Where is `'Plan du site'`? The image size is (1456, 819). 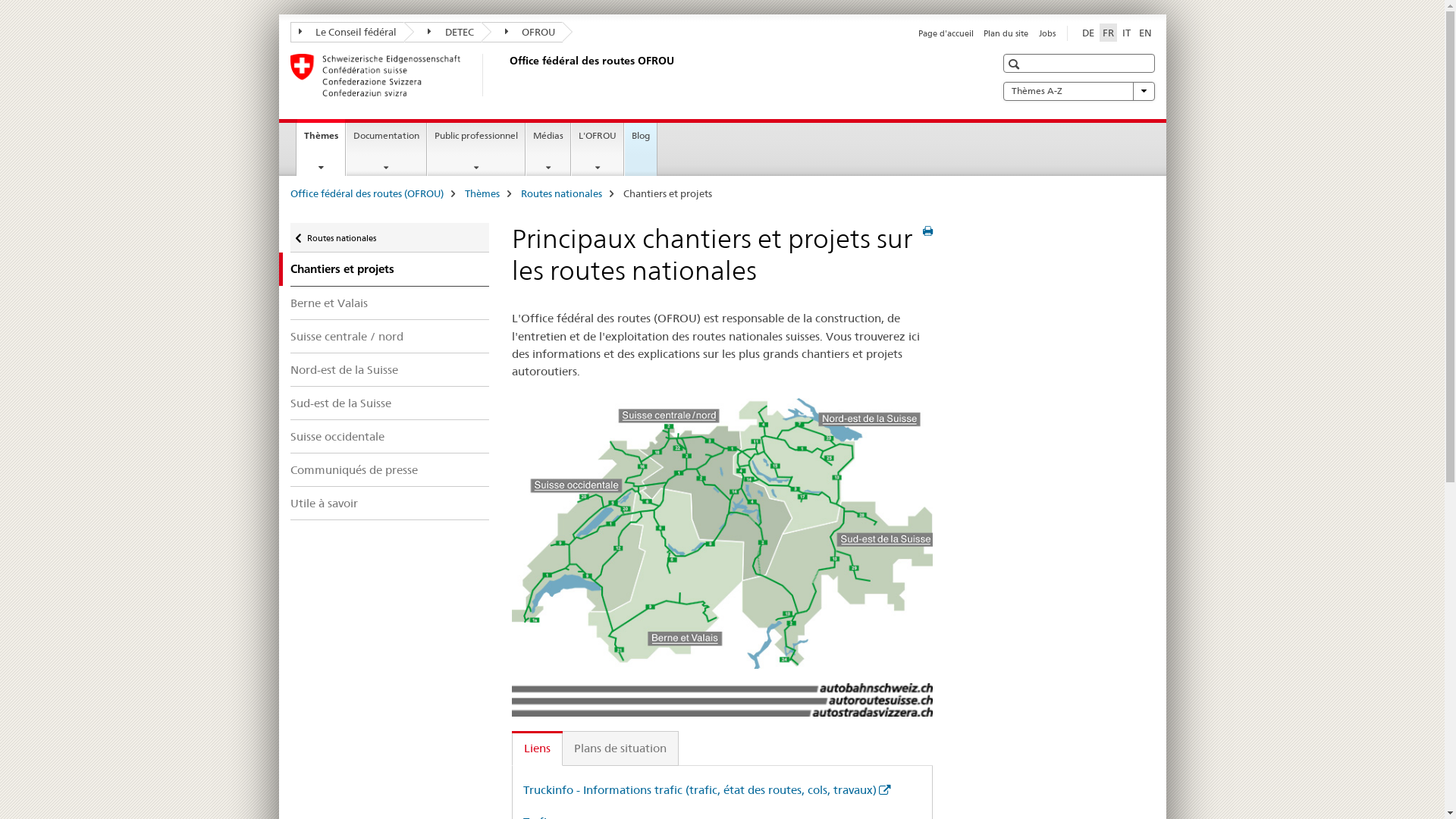 'Plan du site' is located at coordinates (983, 33).